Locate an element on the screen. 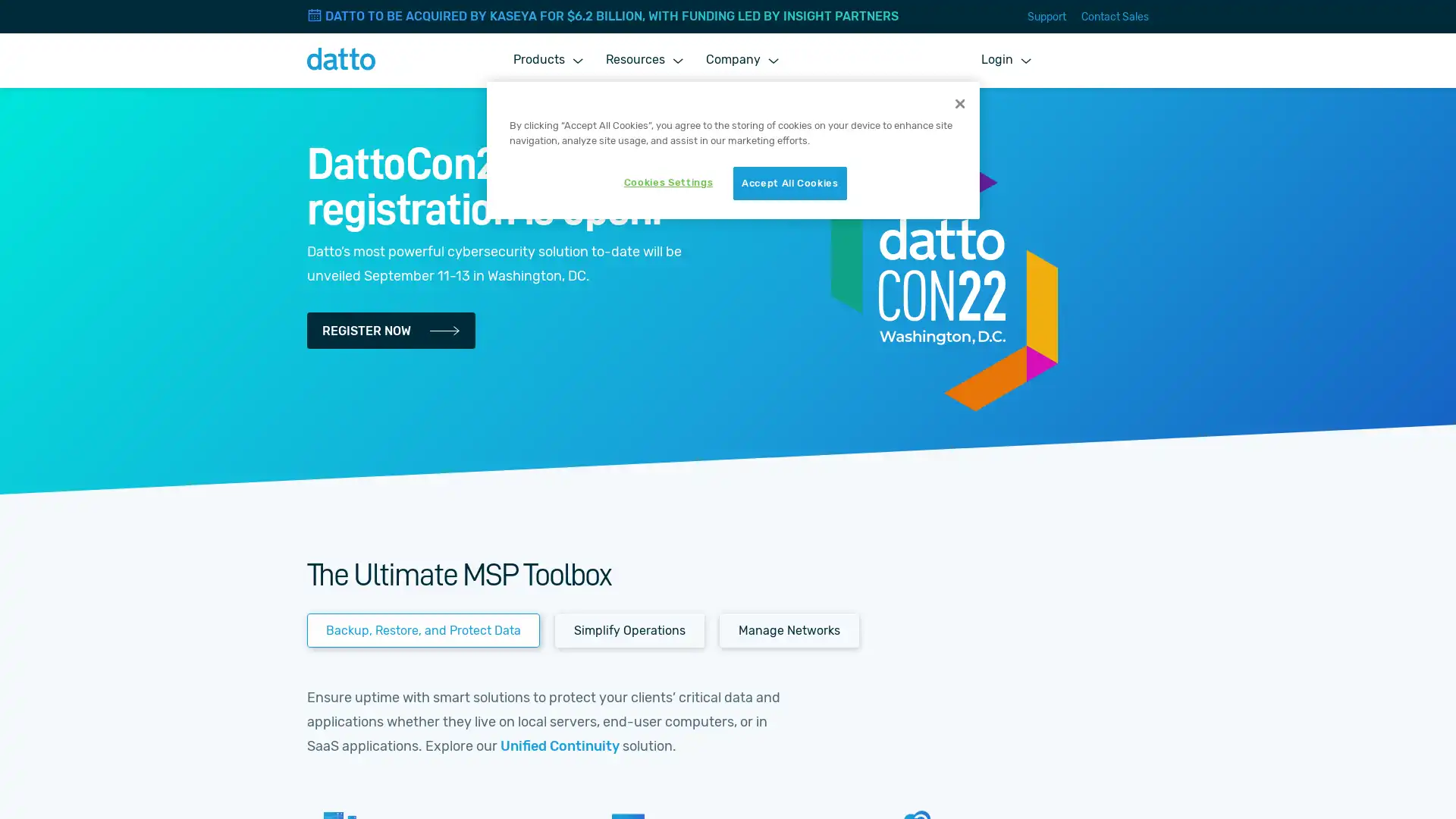 Image resolution: width=1456 pixels, height=819 pixels. Company is located at coordinates (728, 58).